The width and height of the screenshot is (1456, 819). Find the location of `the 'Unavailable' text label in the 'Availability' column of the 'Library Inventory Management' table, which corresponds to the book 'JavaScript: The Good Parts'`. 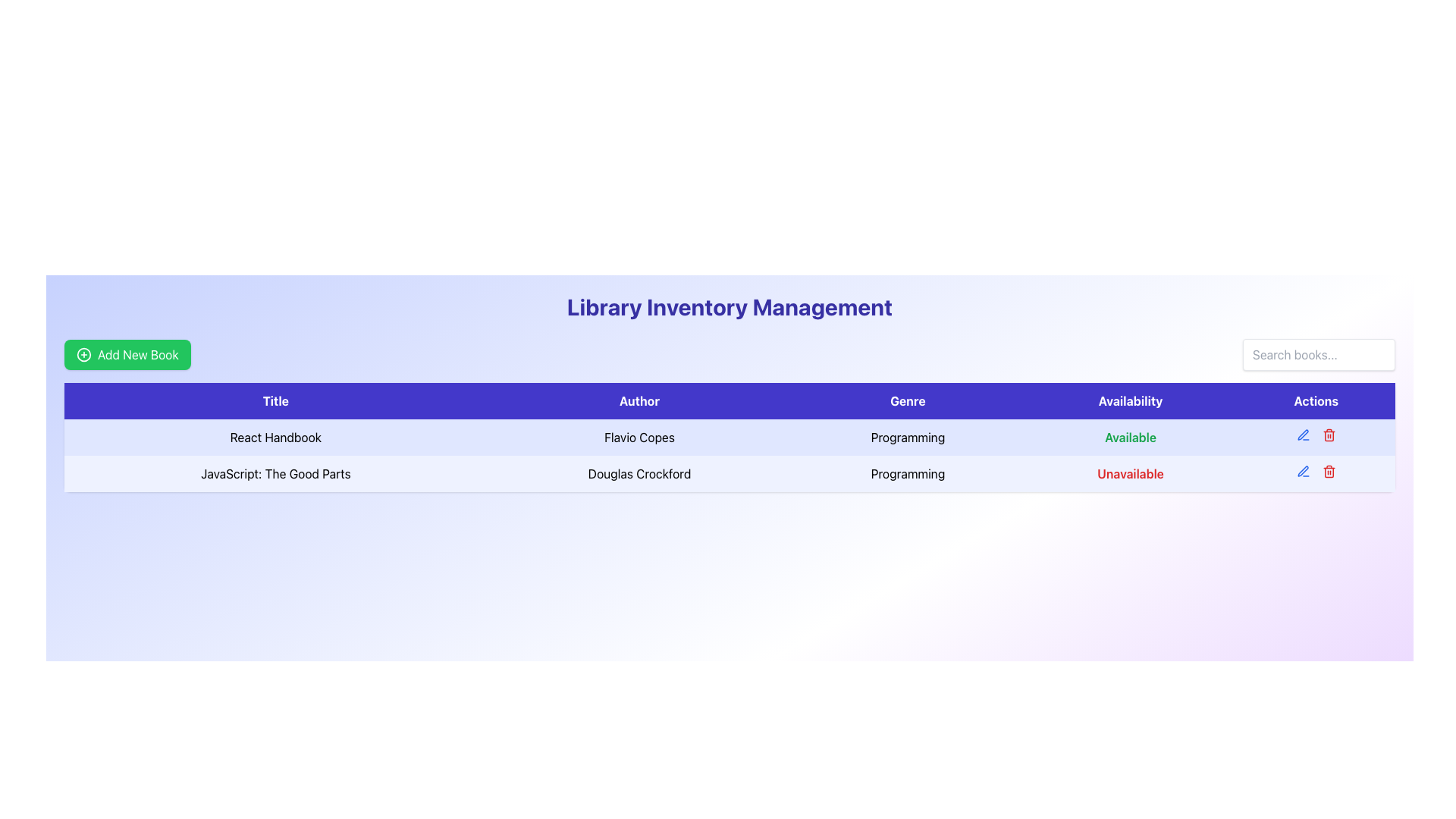

the 'Unavailable' text label in the 'Availability' column of the 'Library Inventory Management' table, which corresponds to the book 'JavaScript: The Good Parts' is located at coordinates (1131, 472).